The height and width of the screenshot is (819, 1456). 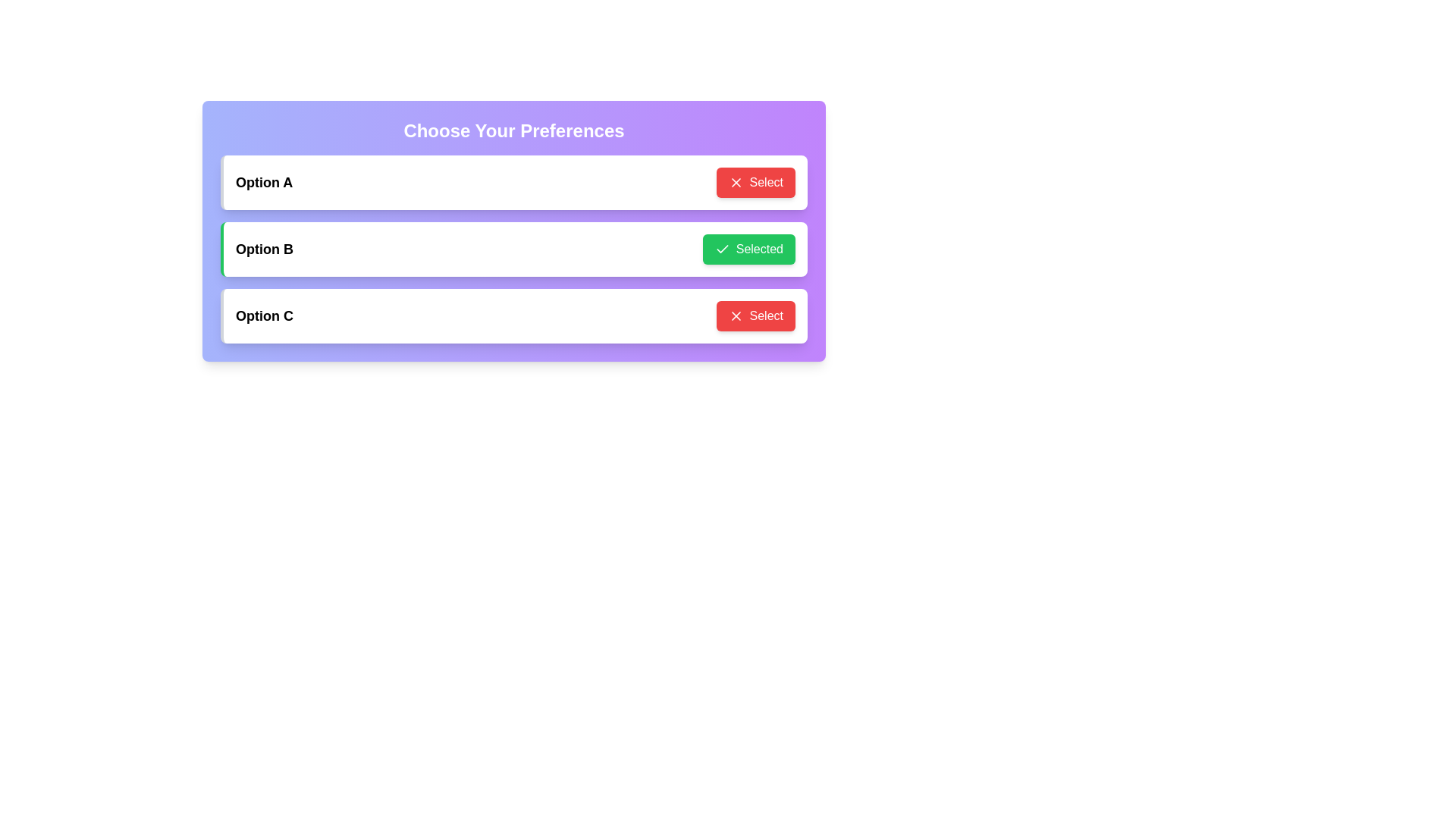 I want to click on the list item corresponding to Option C to observe its hover animation, so click(x=513, y=315).